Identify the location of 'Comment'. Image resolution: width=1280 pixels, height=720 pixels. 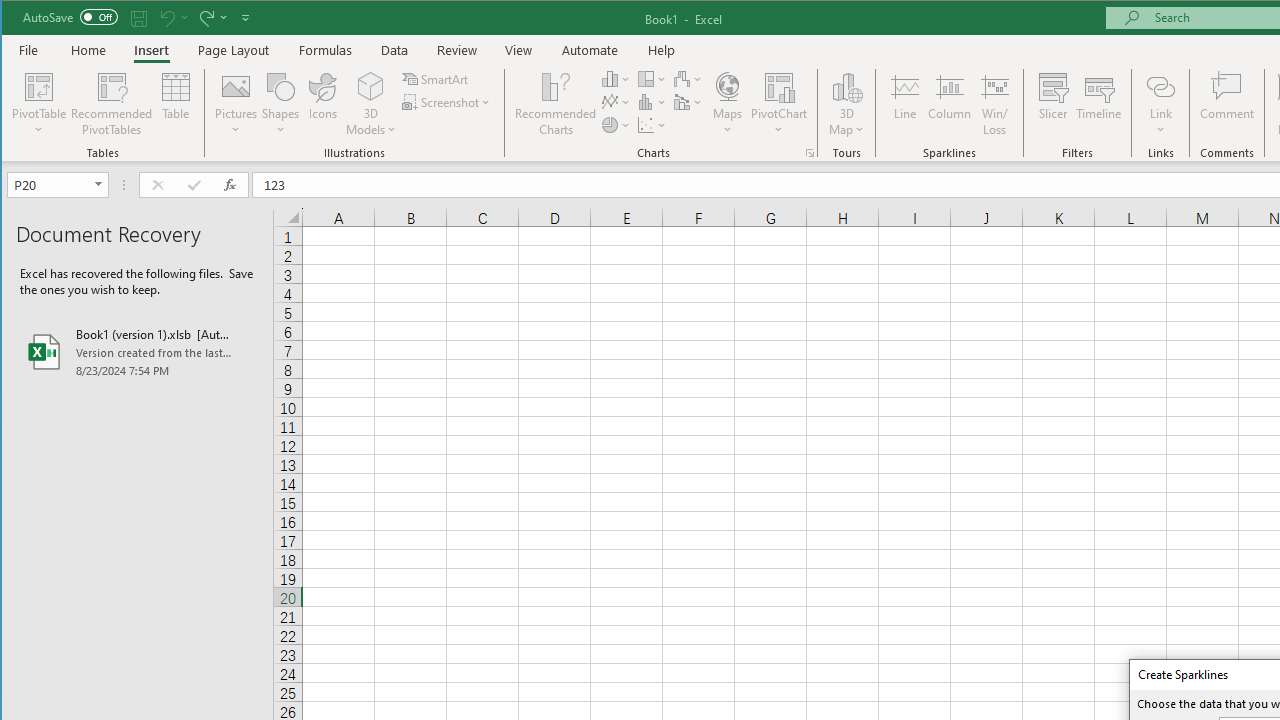
(1226, 104).